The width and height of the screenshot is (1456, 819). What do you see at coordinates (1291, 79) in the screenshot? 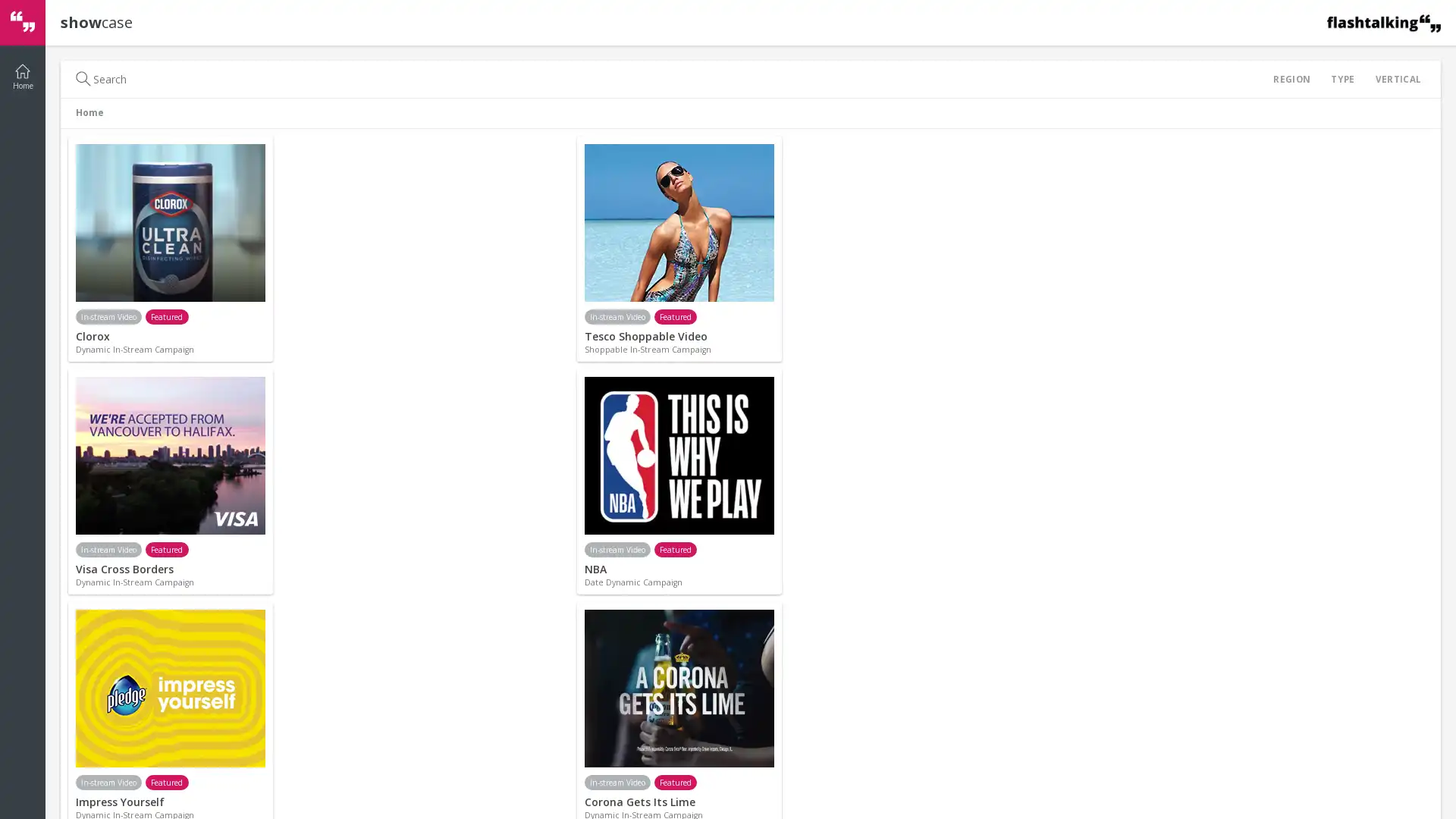
I see `REGION` at bounding box center [1291, 79].